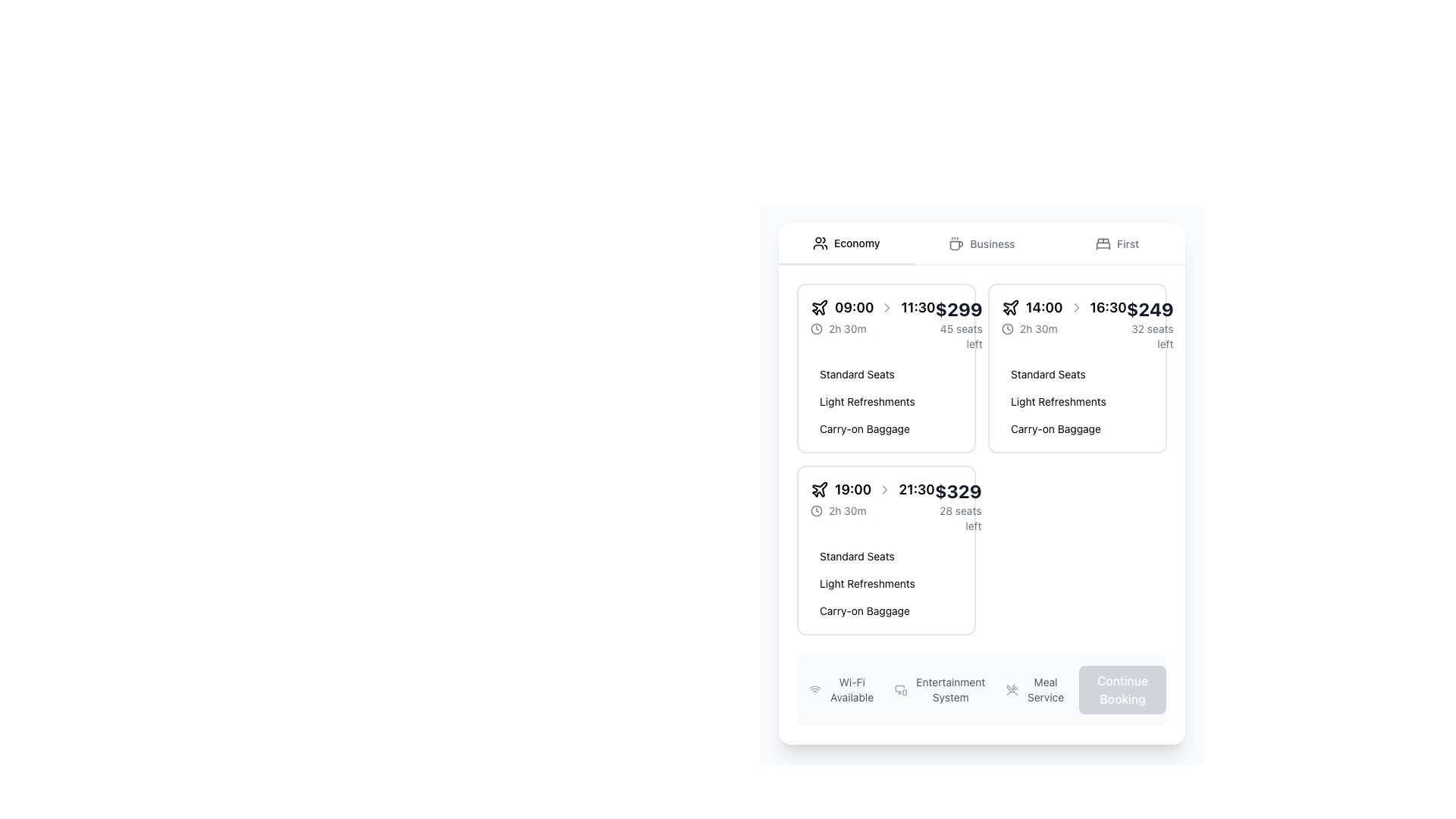  What do you see at coordinates (818, 489) in the screenshot?
I see `the small blue airplane icon located to the left of the '19:00' text, which serves as a visual identifier for flight times` at bounding box center [818, 489].